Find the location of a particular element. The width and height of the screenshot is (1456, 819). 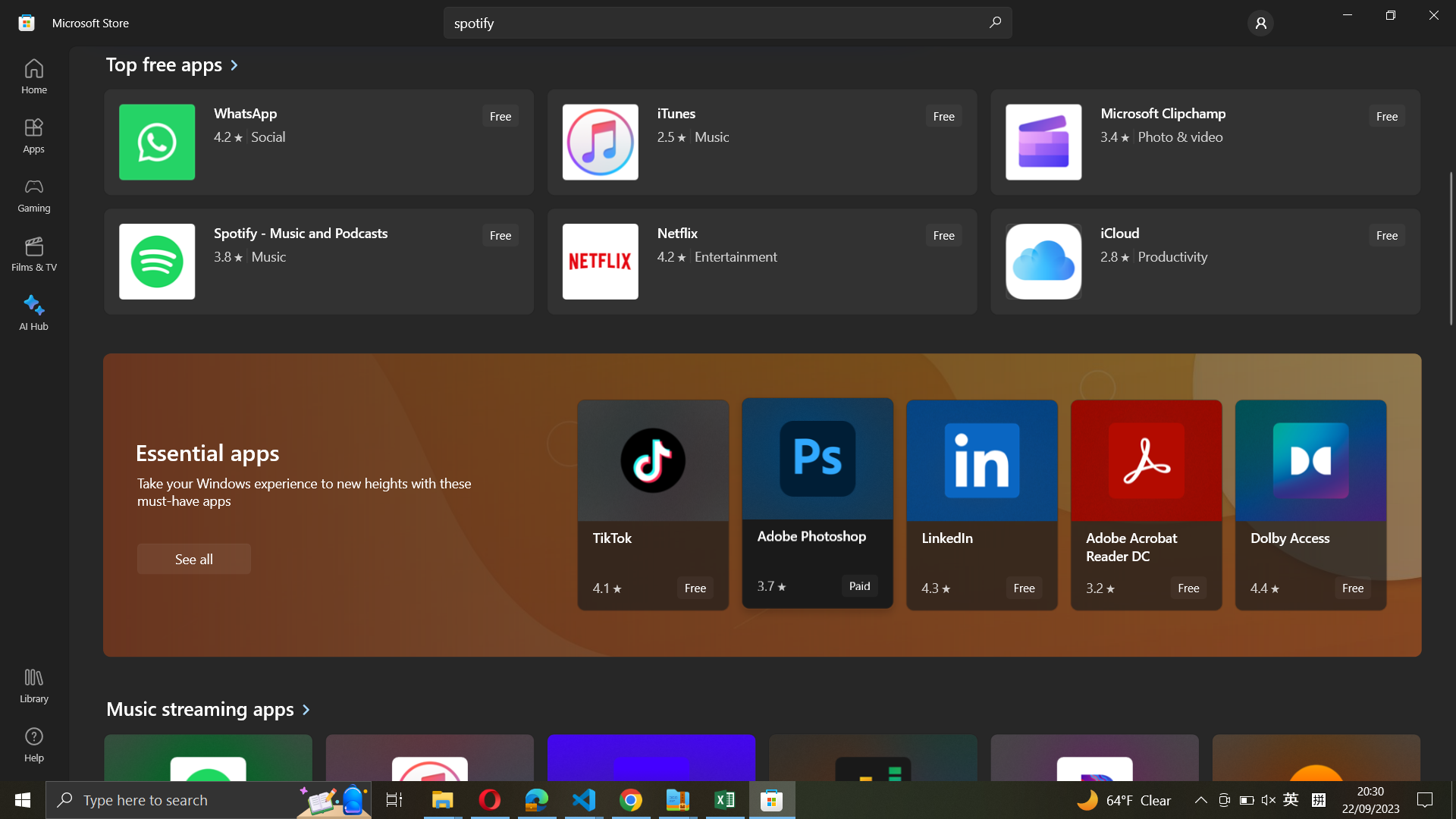

Adobe Acrobat Reader DC program is located at coordinates (1147, 505).